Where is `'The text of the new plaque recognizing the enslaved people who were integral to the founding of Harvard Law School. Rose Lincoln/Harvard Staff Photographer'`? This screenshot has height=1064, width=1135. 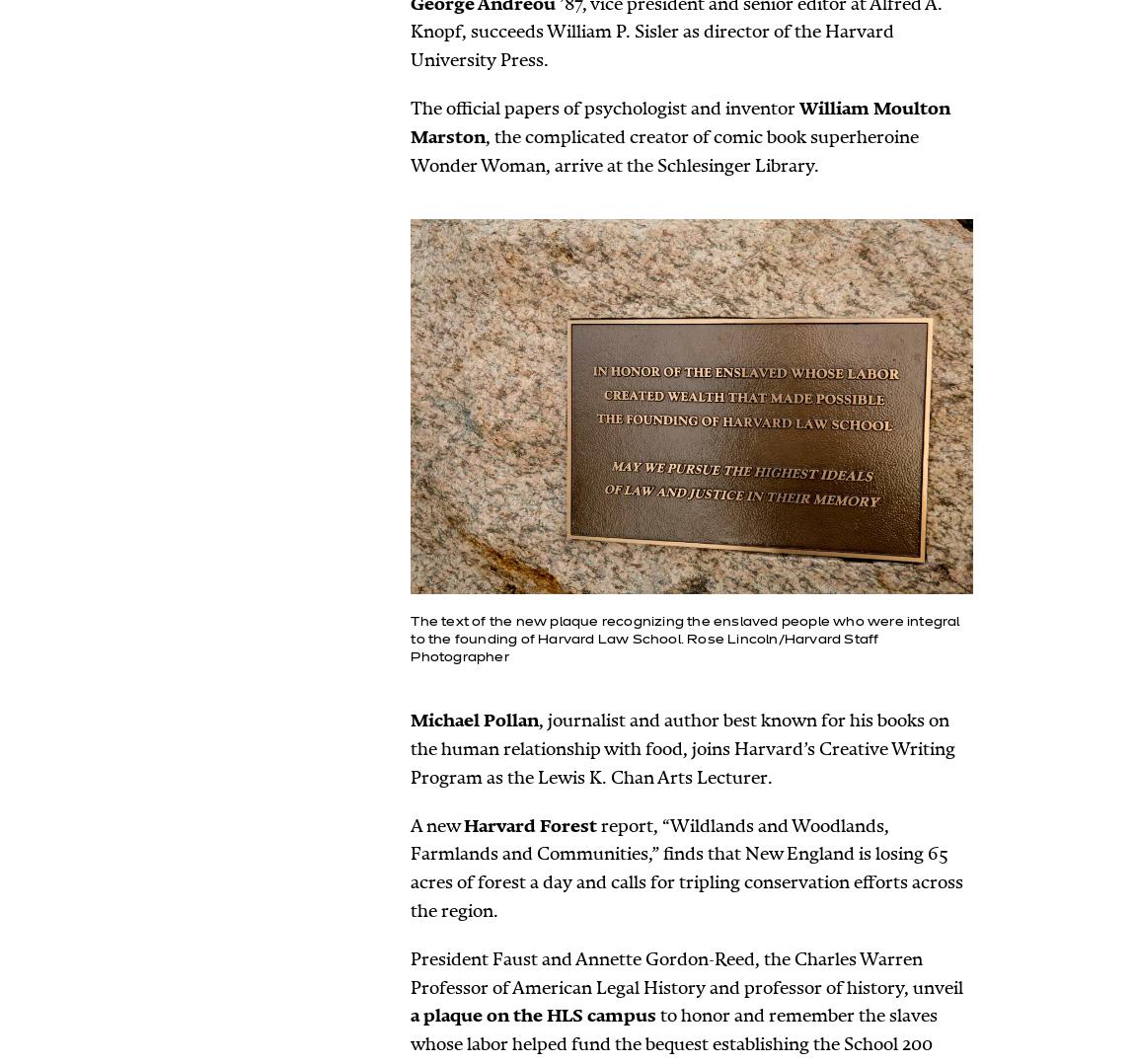
'The text of the new plaque recognizing the enslaved people who were integral to the founding of Harvard Law School. Rose Lincoln/Harvard Staff Photographer' is located at coordinates (684, 639).